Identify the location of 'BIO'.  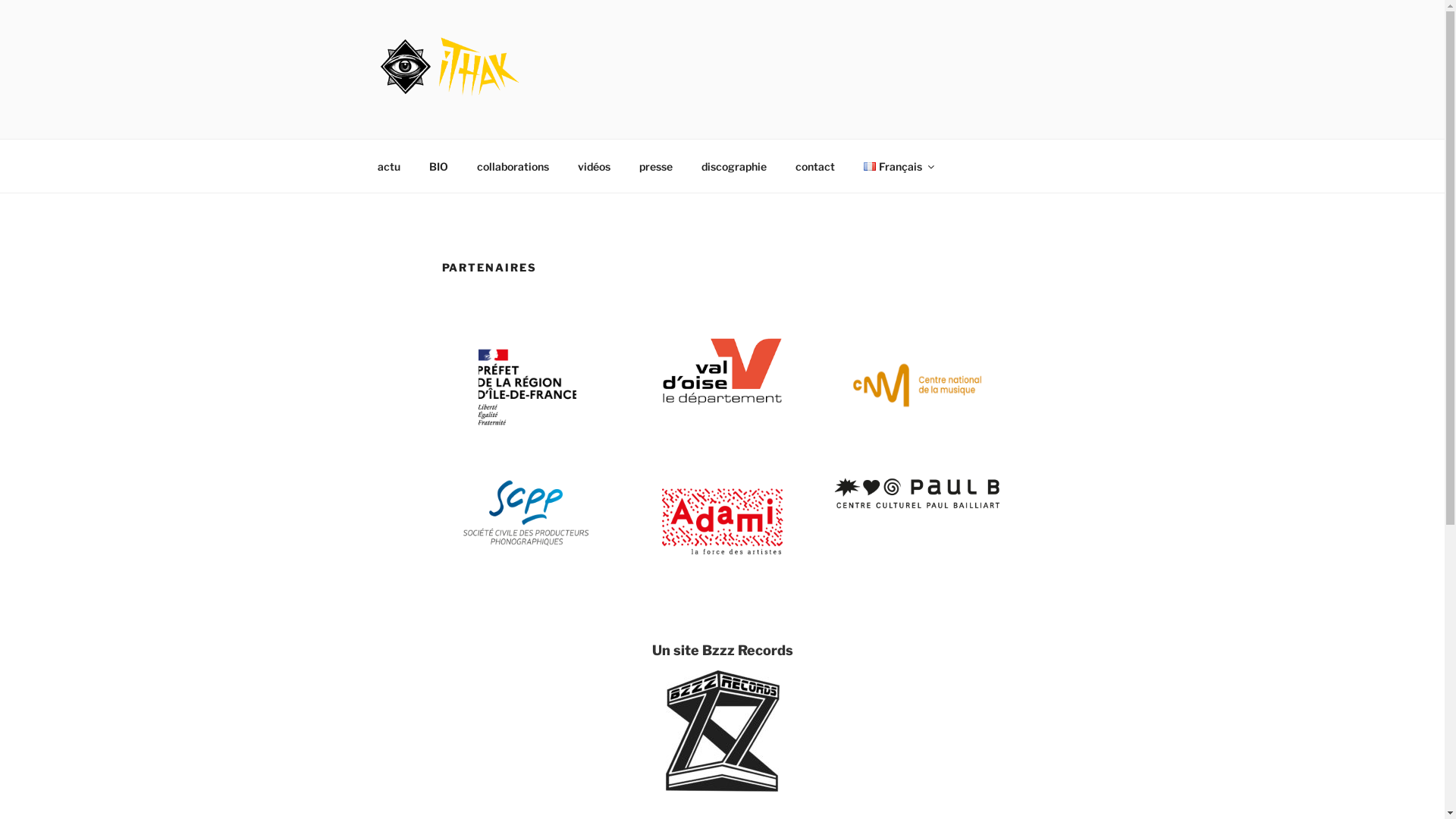
(437, 165).